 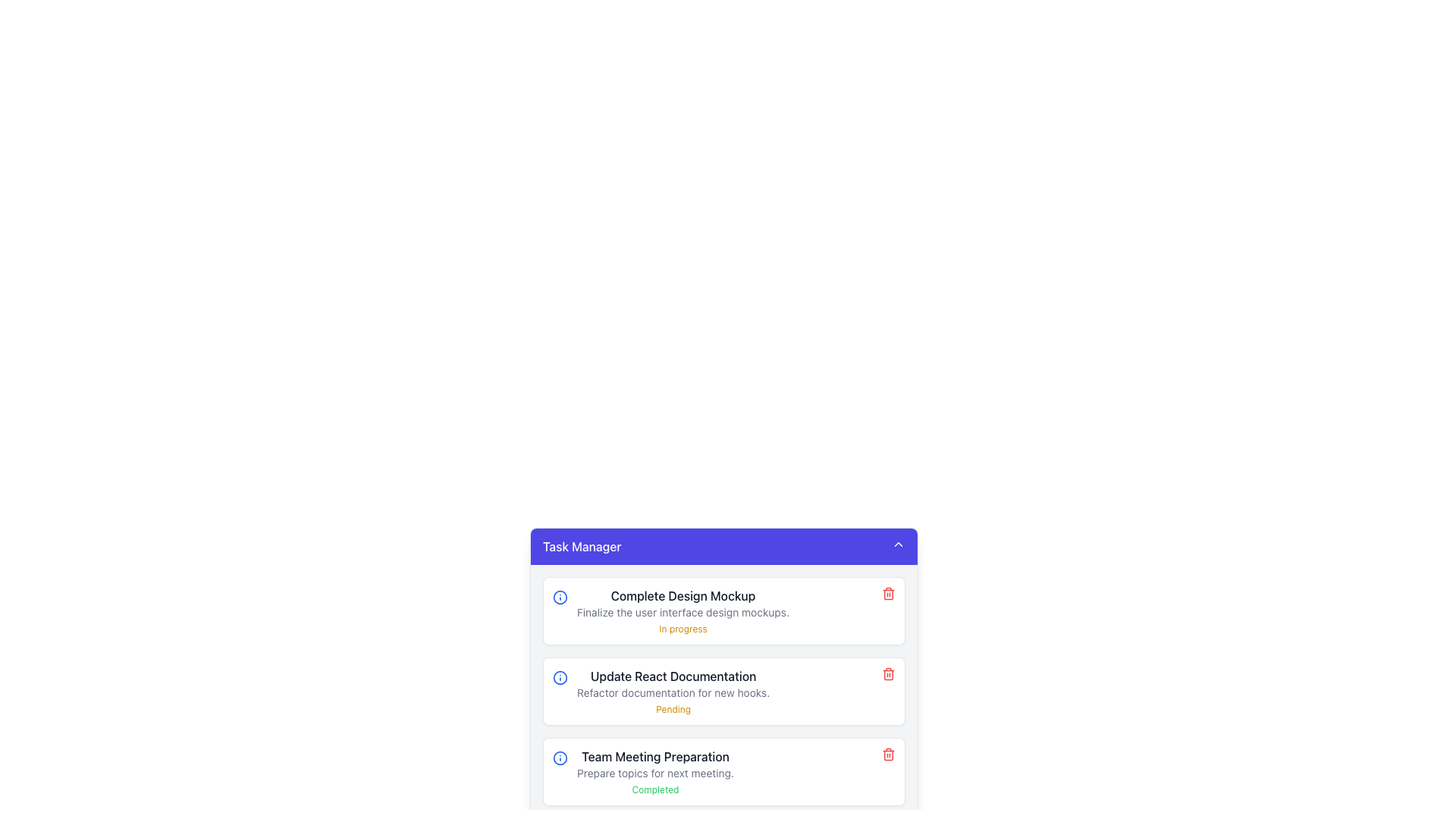 What do you see at coordinates (673, 710) in the screenshot?
I see `the small yellow text label reading 'Pending' located in the second task card of the Task Manager interface, which indicates a warning or pending status` at bounding box center [673, 710].